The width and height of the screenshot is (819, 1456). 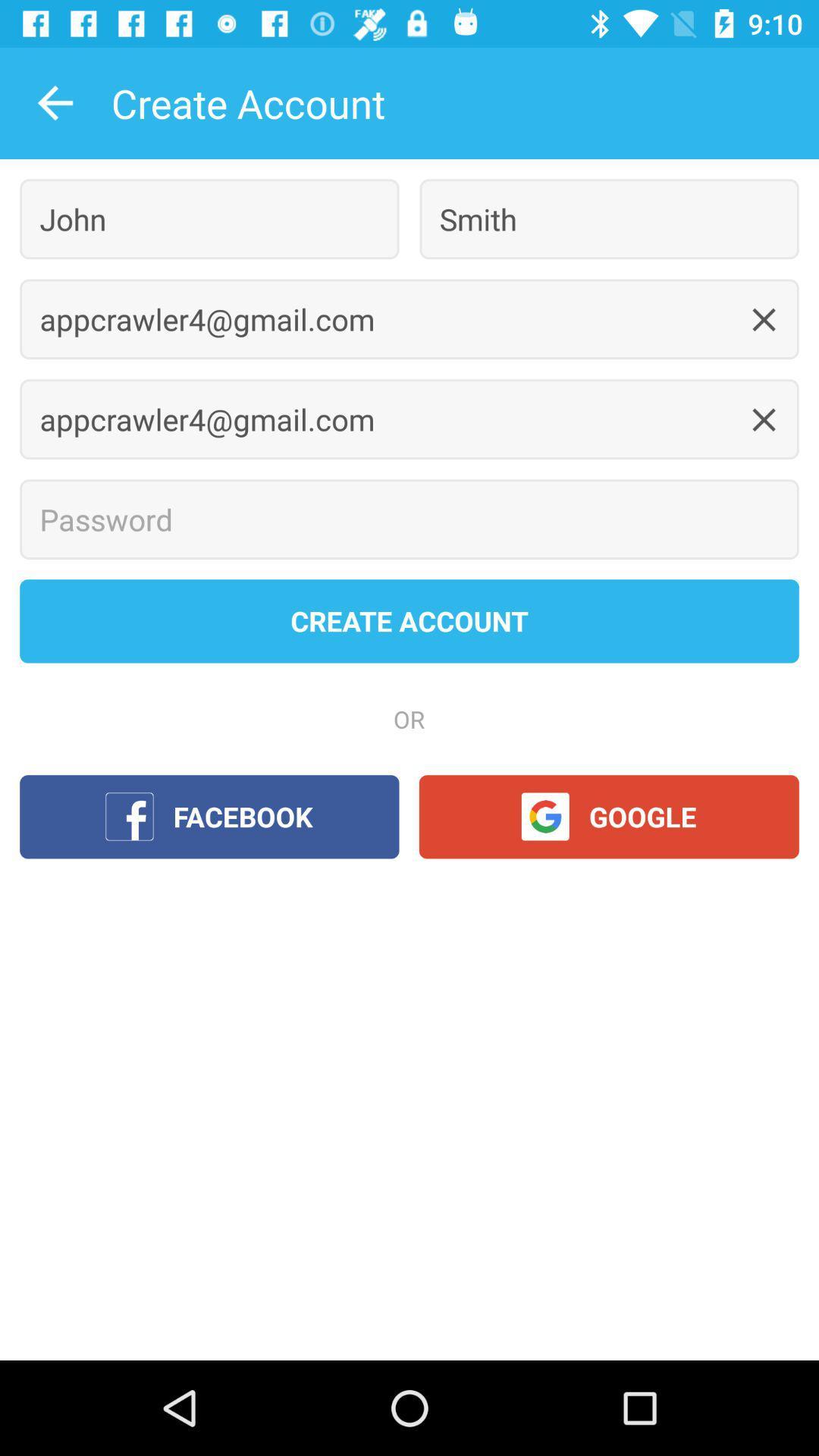 What do you see at coordinates (608, 218) in the screenshot?
I see `the smith` at bounding box center [608, 218].